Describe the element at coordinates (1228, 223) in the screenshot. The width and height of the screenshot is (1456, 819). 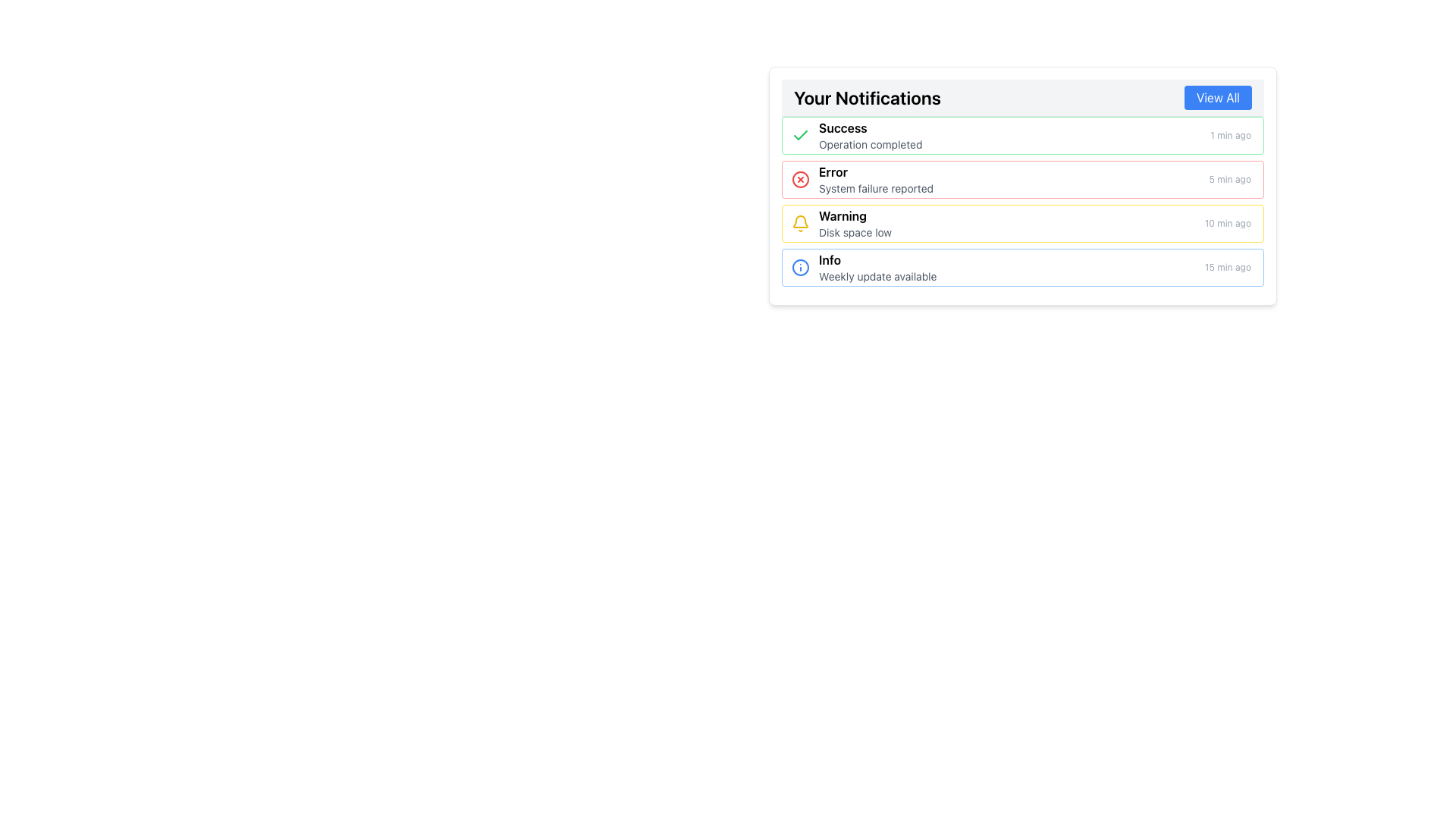
I see `the Text label that indicates the timestamp for the warning notification labeled 'Warning: Disk space low', located in the bottom-right area next to the warning icon` at that location.